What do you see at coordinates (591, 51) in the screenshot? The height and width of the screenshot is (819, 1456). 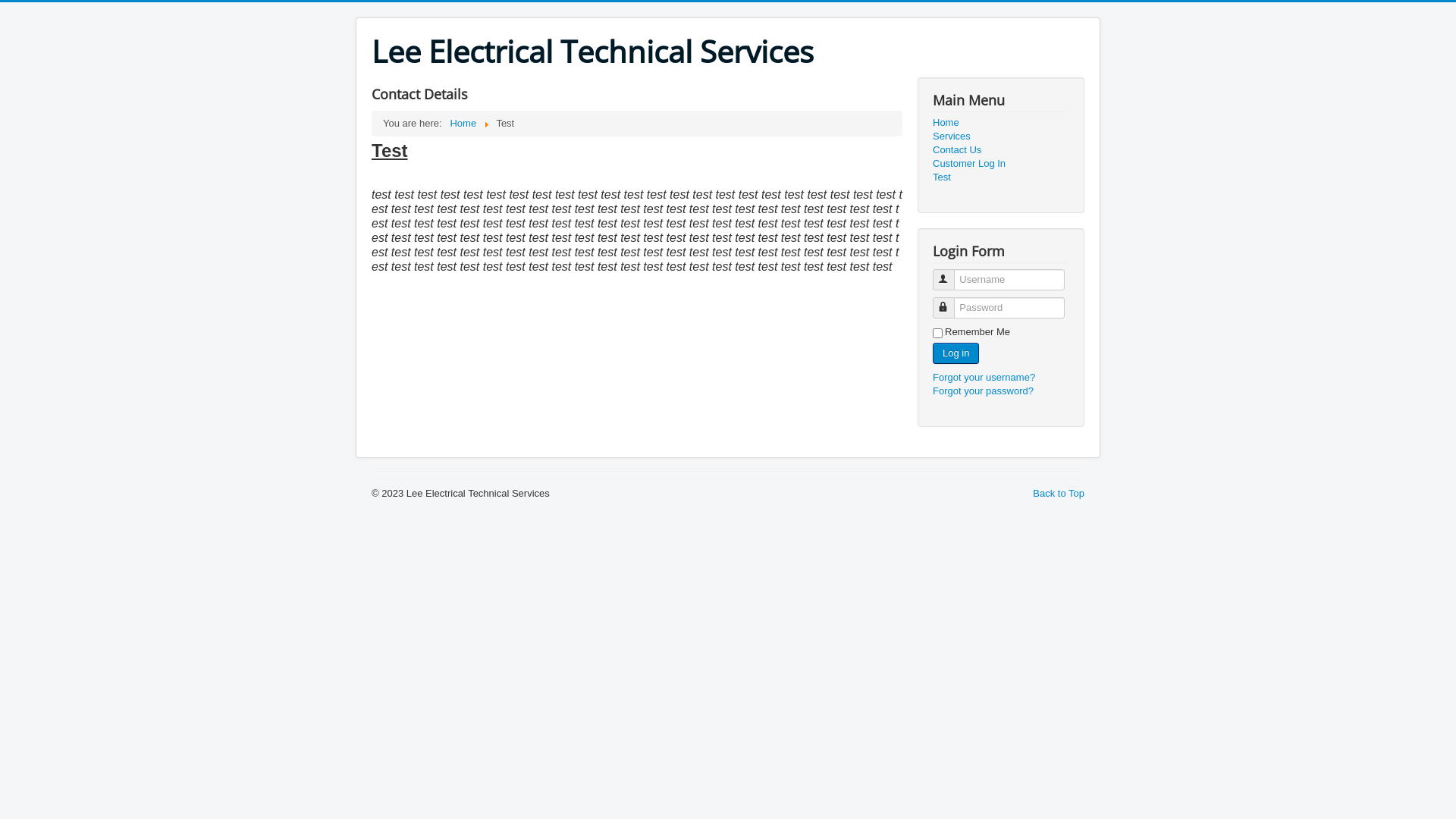 I see `'Lee Electrical Technical Services'` at bounding box center [591, 51].